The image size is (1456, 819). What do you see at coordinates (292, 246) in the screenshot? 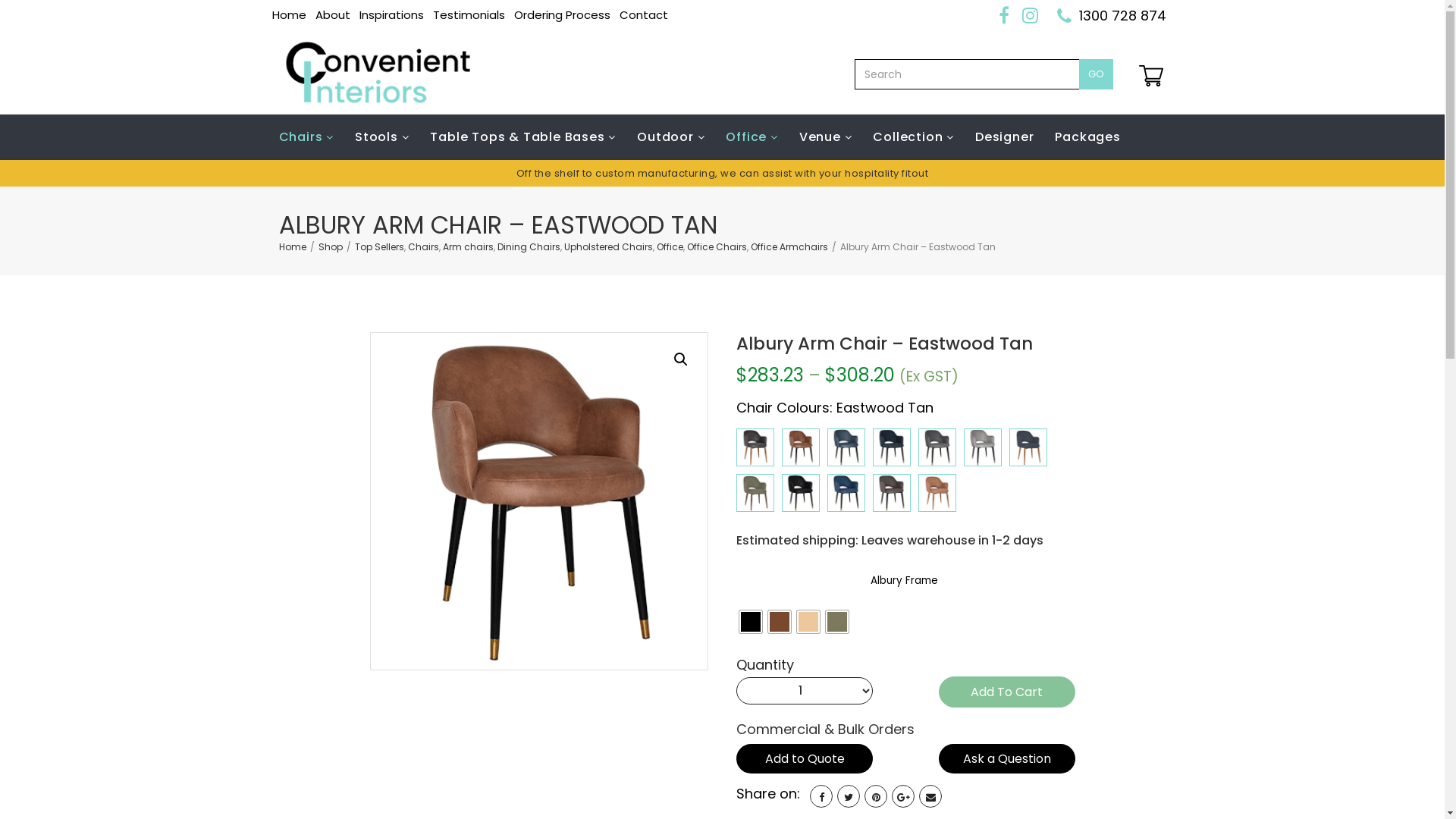
I see `'Home'` at bounding box center [292, 246].